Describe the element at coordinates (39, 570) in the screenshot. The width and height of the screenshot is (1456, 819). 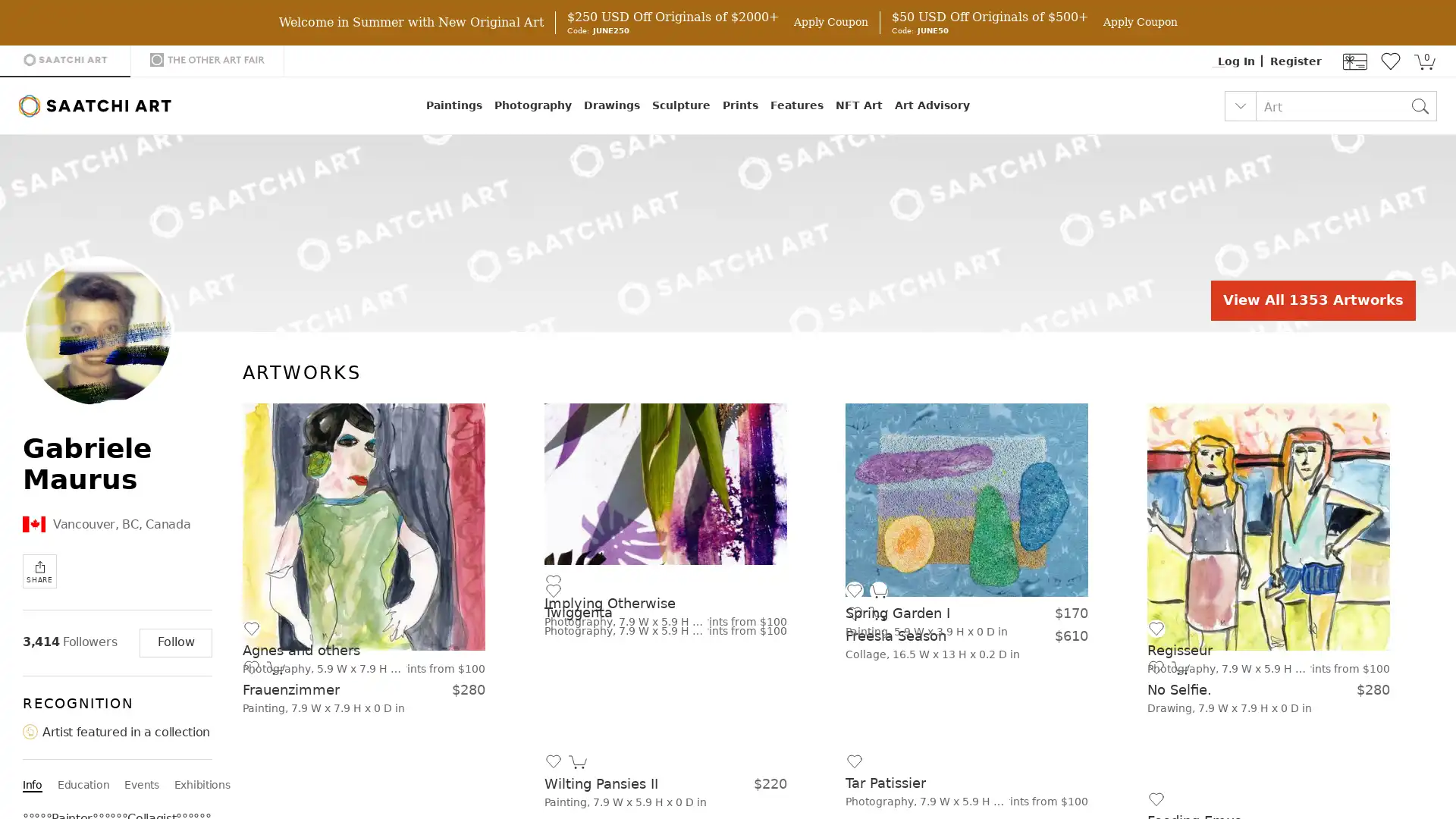
I see `SHARE` at that location.